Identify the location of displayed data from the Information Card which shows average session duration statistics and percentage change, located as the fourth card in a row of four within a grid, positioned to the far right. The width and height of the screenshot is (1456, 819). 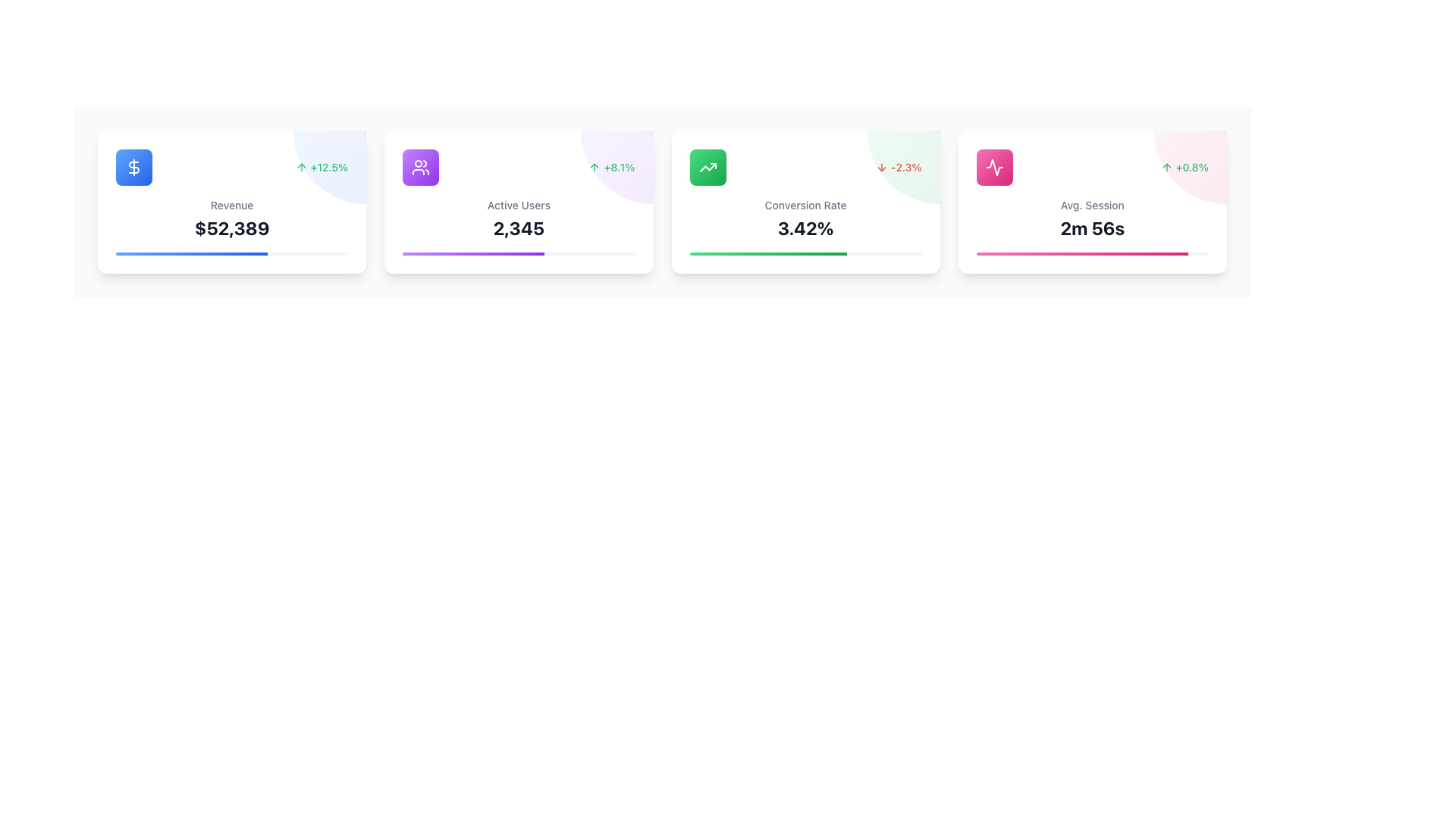
(1092, 201).